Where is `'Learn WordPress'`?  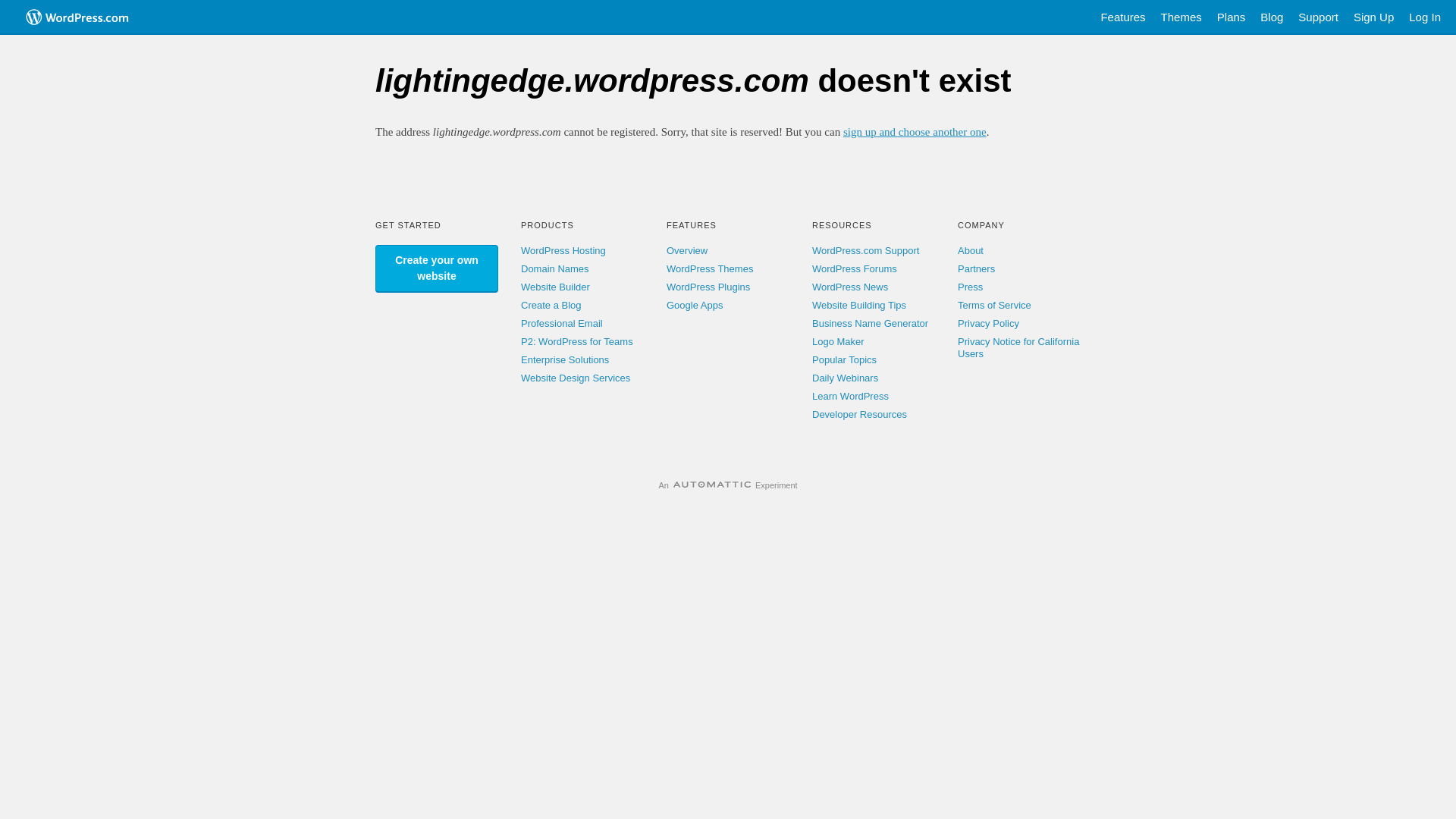 'Learn WordPress' is located at coordinates (850, 395).